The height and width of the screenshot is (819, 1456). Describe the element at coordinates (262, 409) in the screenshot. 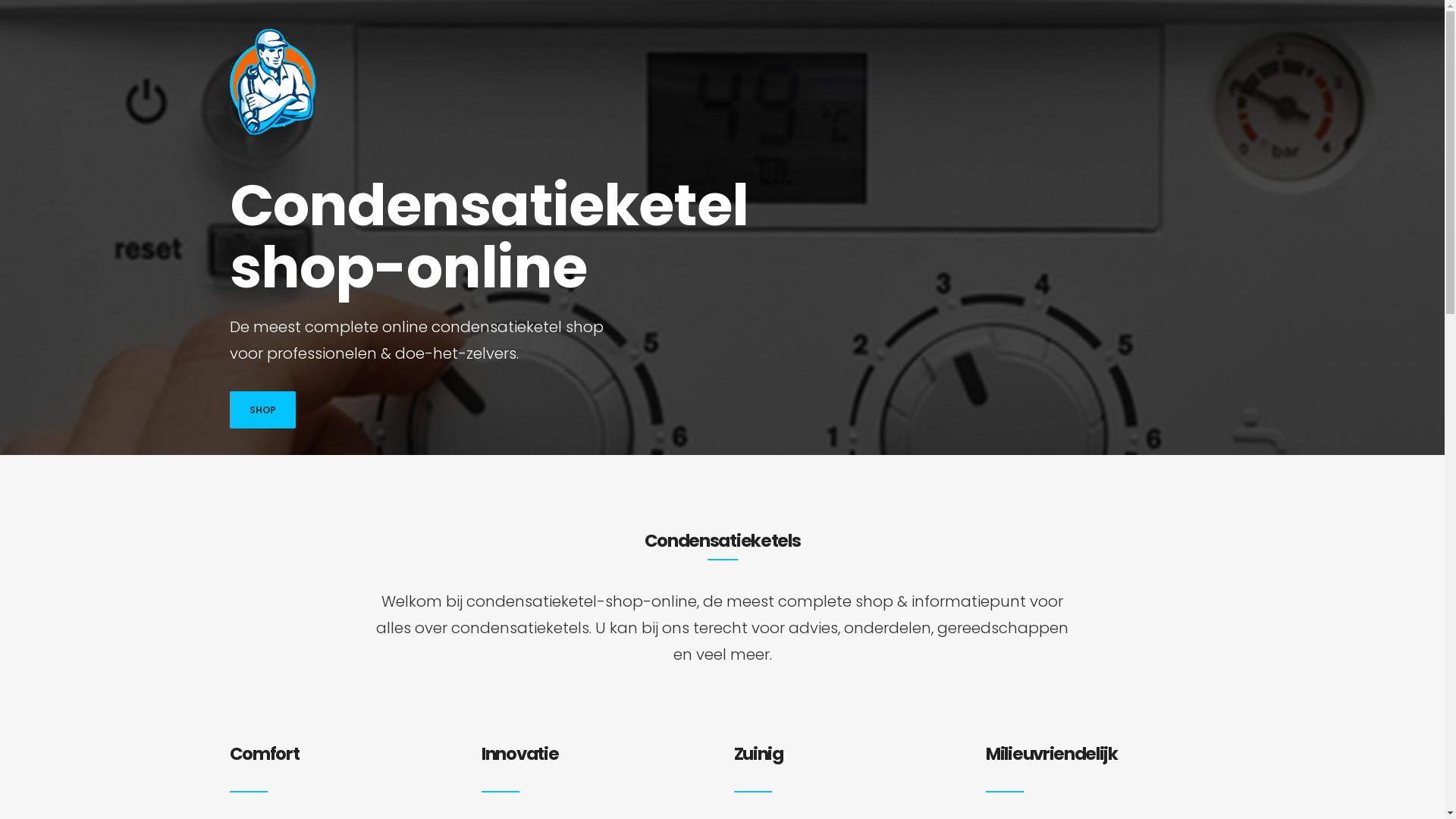

I see `'SHOP'` at that location.